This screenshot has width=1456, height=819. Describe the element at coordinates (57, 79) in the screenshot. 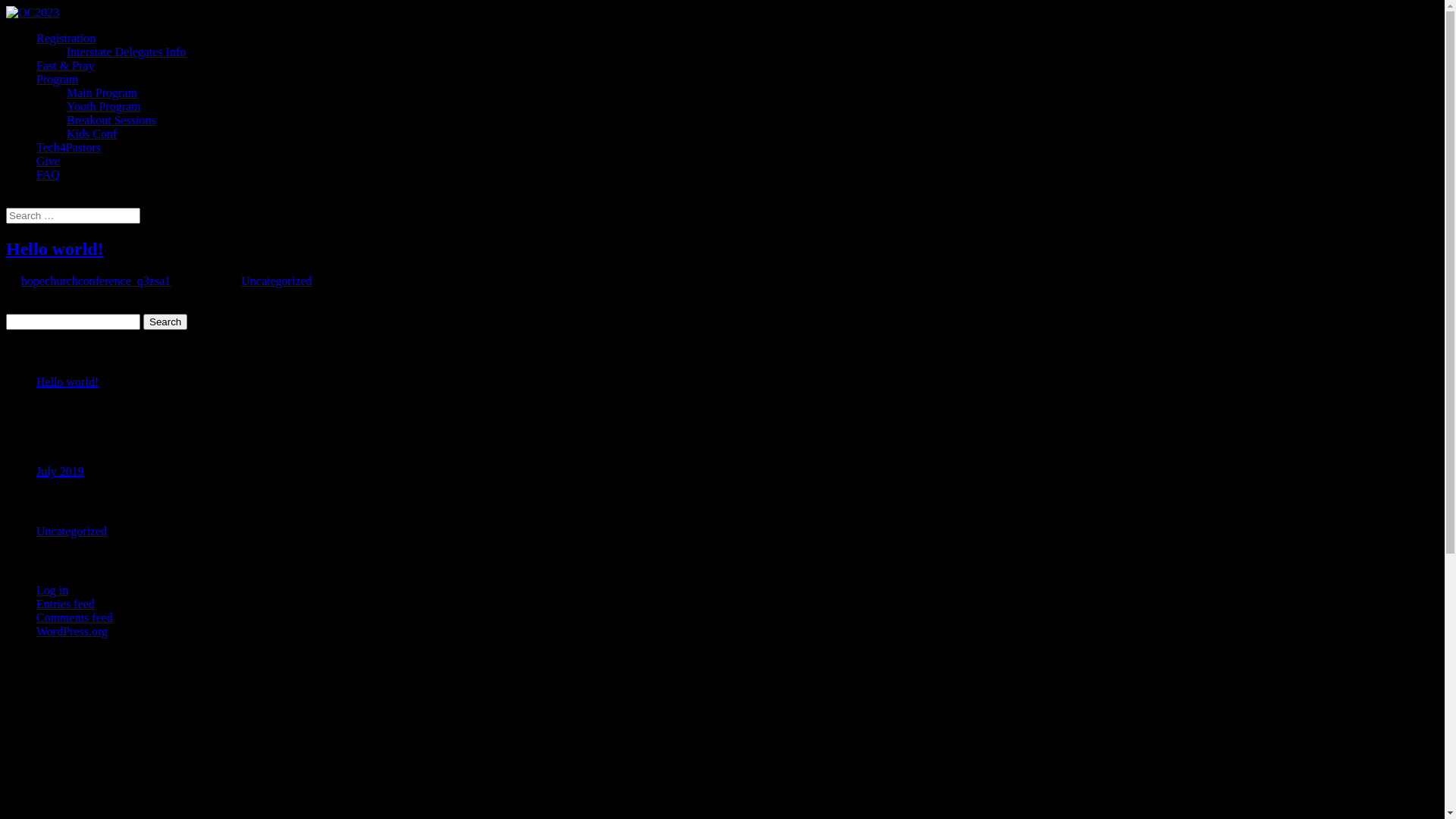

I see `'Program'` at that location.